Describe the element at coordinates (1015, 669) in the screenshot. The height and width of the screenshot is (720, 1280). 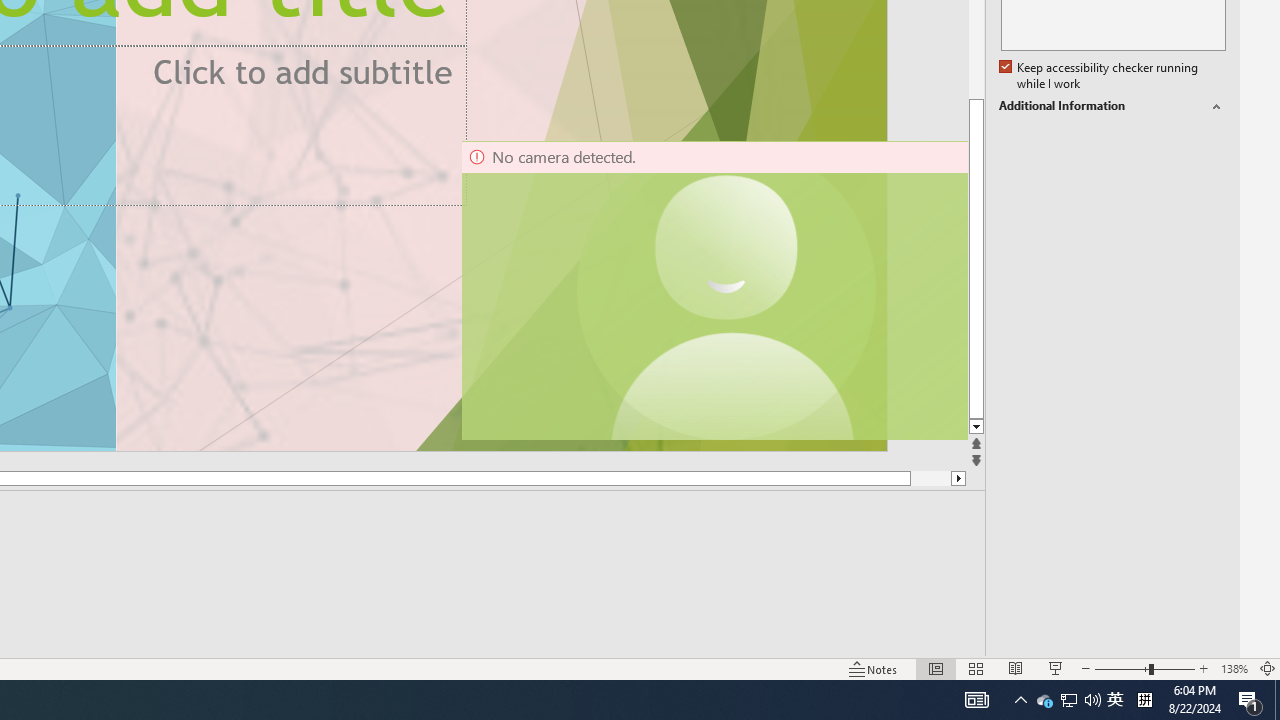
I see `'Reading View'` at that location.